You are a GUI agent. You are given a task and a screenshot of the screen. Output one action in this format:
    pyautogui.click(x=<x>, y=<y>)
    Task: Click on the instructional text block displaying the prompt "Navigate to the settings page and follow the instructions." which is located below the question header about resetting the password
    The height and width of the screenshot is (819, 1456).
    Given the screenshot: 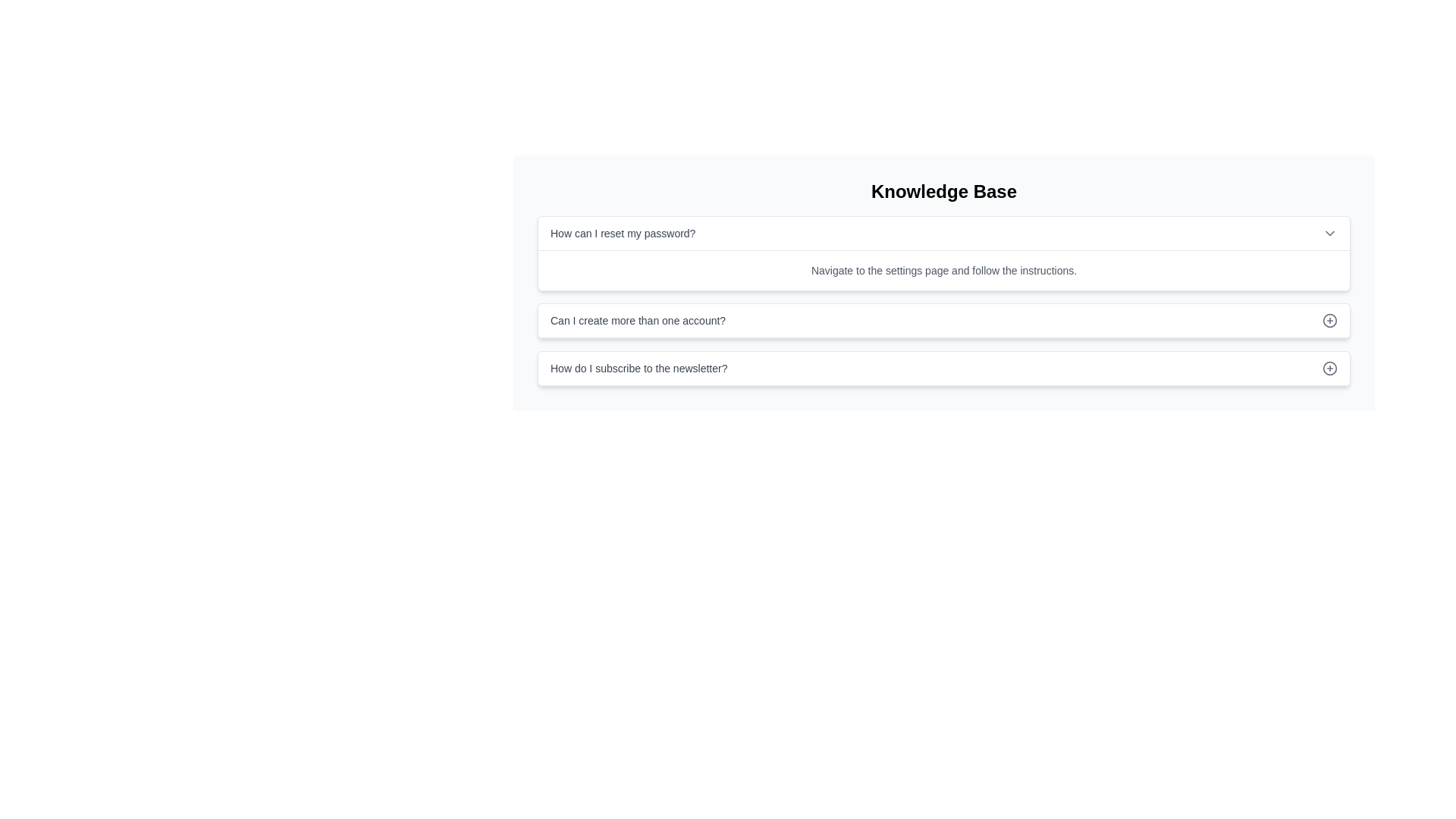 What is the action you would take?
    pyautogui.click(x=943, y=270)
    